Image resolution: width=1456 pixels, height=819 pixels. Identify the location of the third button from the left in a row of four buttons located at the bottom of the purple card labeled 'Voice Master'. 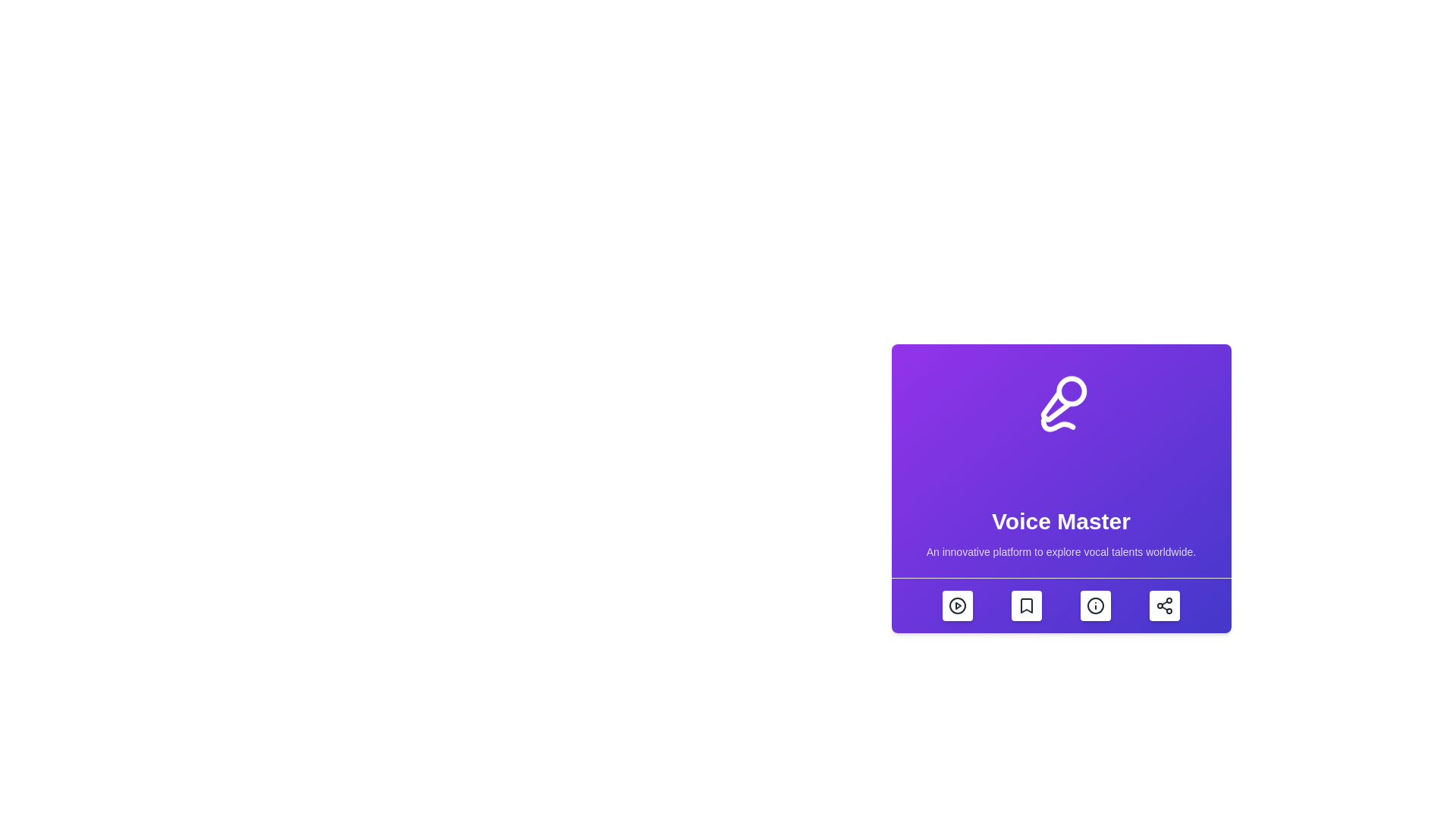
(1026, 604).